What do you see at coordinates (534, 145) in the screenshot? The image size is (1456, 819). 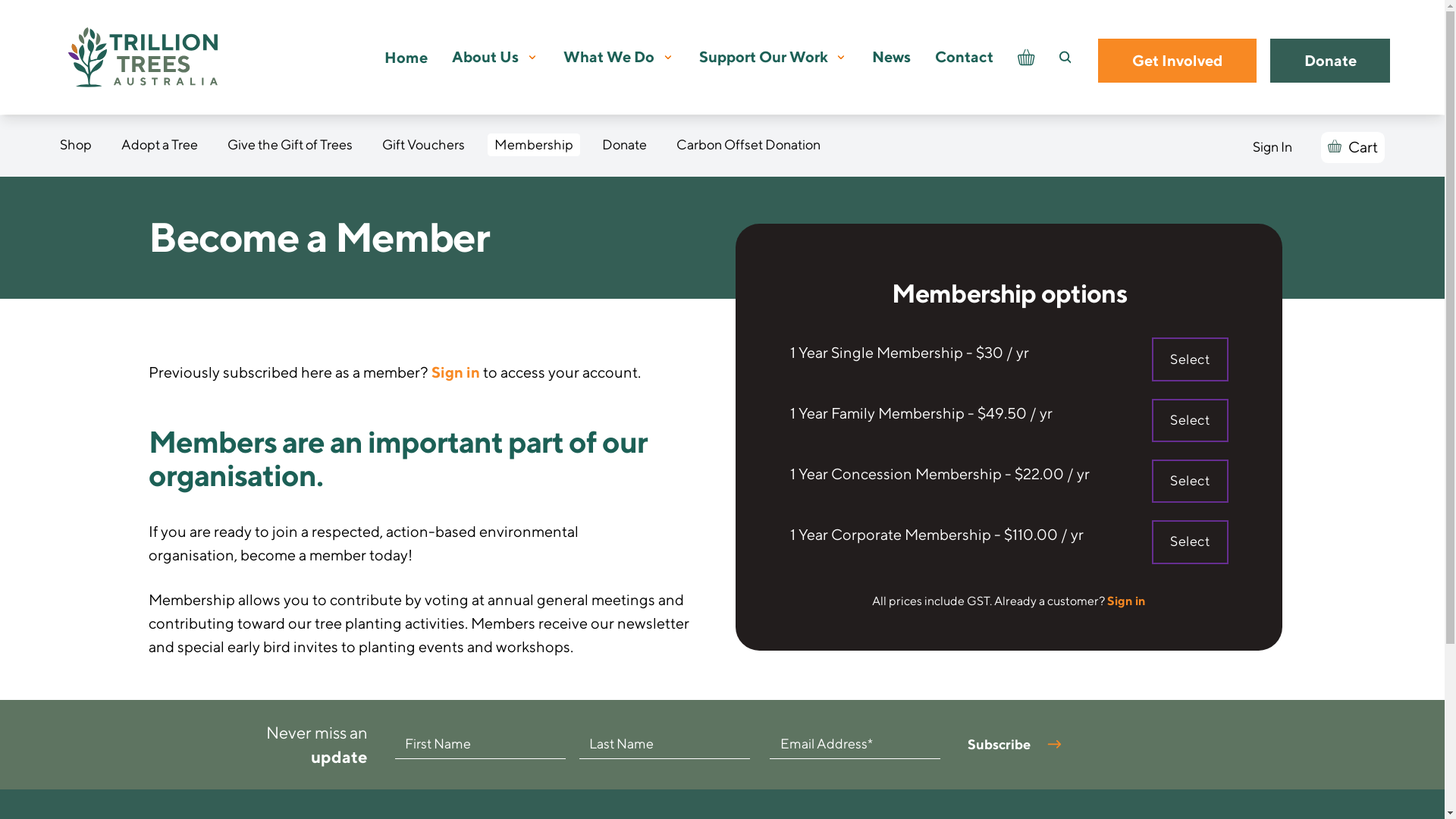 I see `'Membership'` at bounding box center [534, 145].